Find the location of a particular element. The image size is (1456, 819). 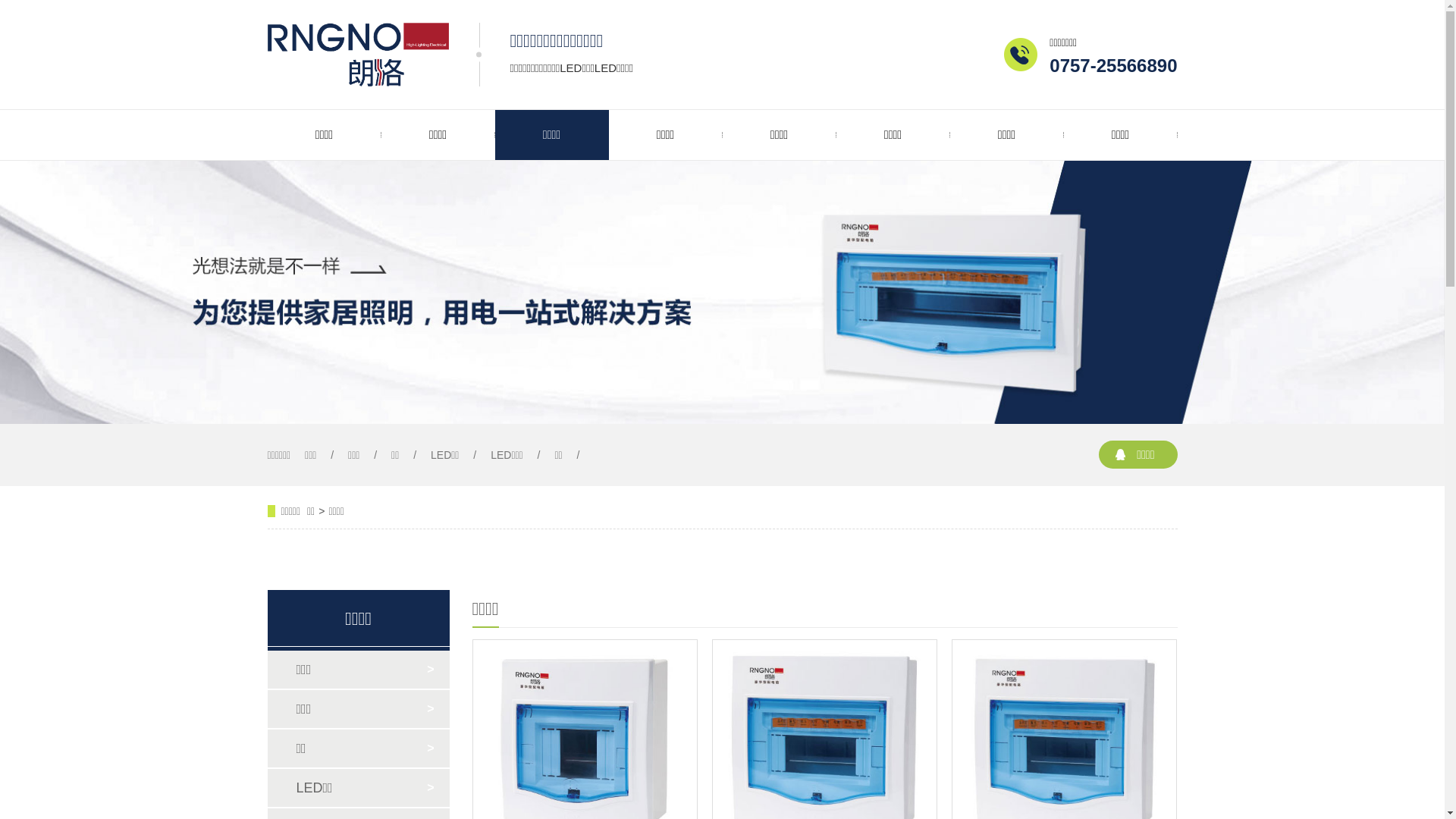

'0757-25566890' is located at coordinates (1113, 64).